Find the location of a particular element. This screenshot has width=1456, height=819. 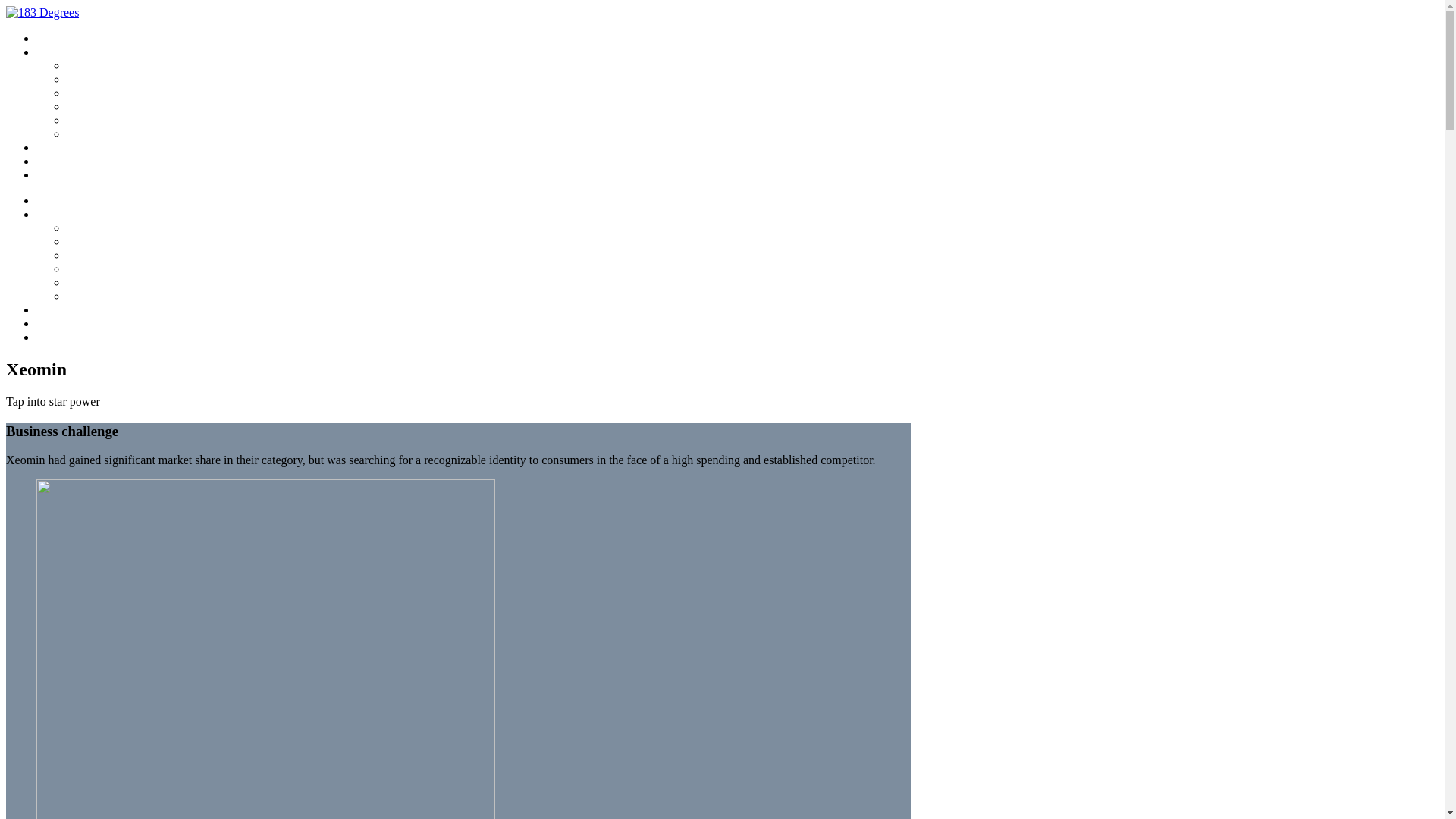

'Ideas' is located at coordinates (36, 336).